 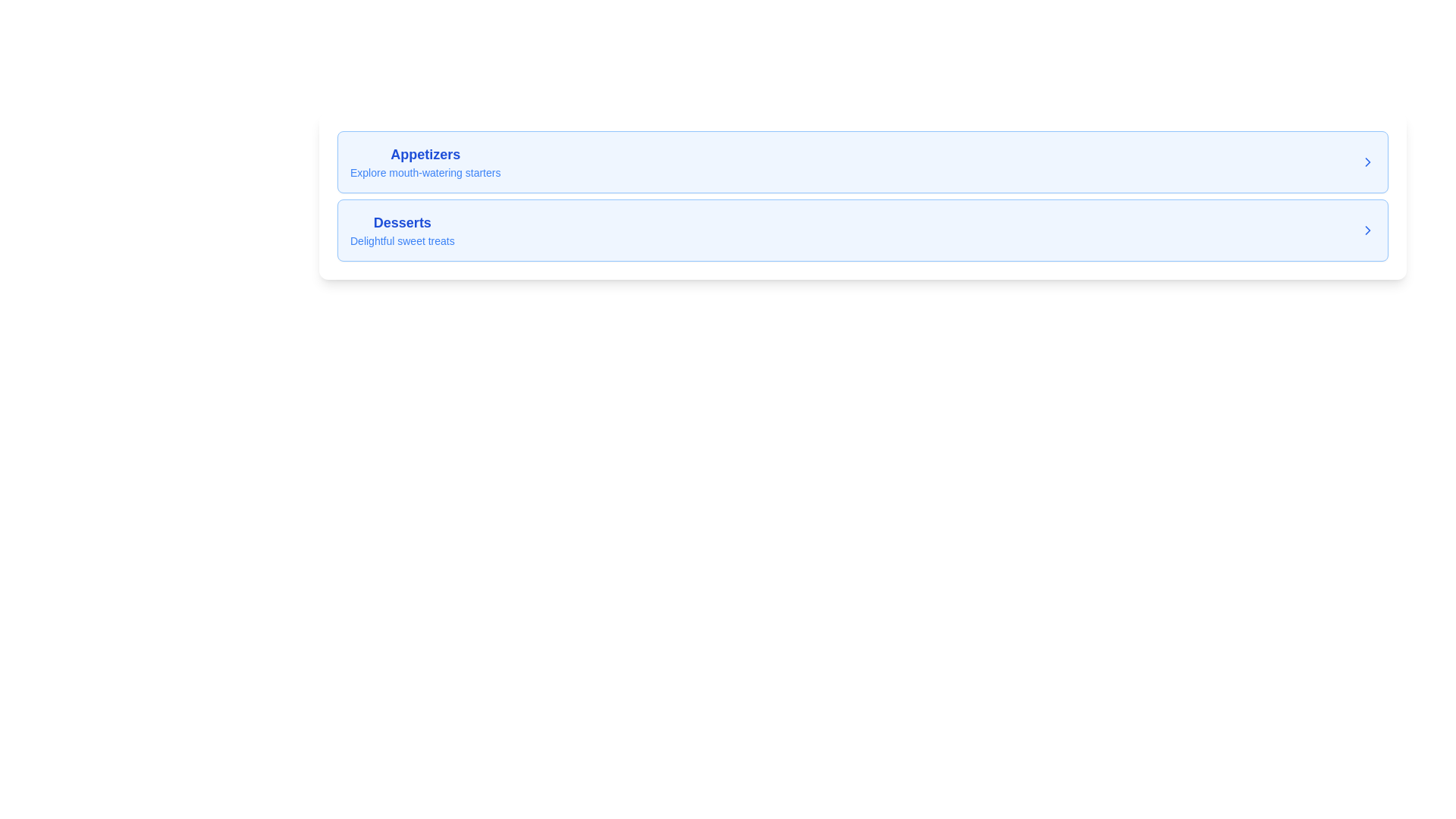 What do you see at coordinates (1368, 162) in the screenshot?
I see `the Chevron icon located in the header labeled 'Appetizers'` at bounding box center [1368, 162].